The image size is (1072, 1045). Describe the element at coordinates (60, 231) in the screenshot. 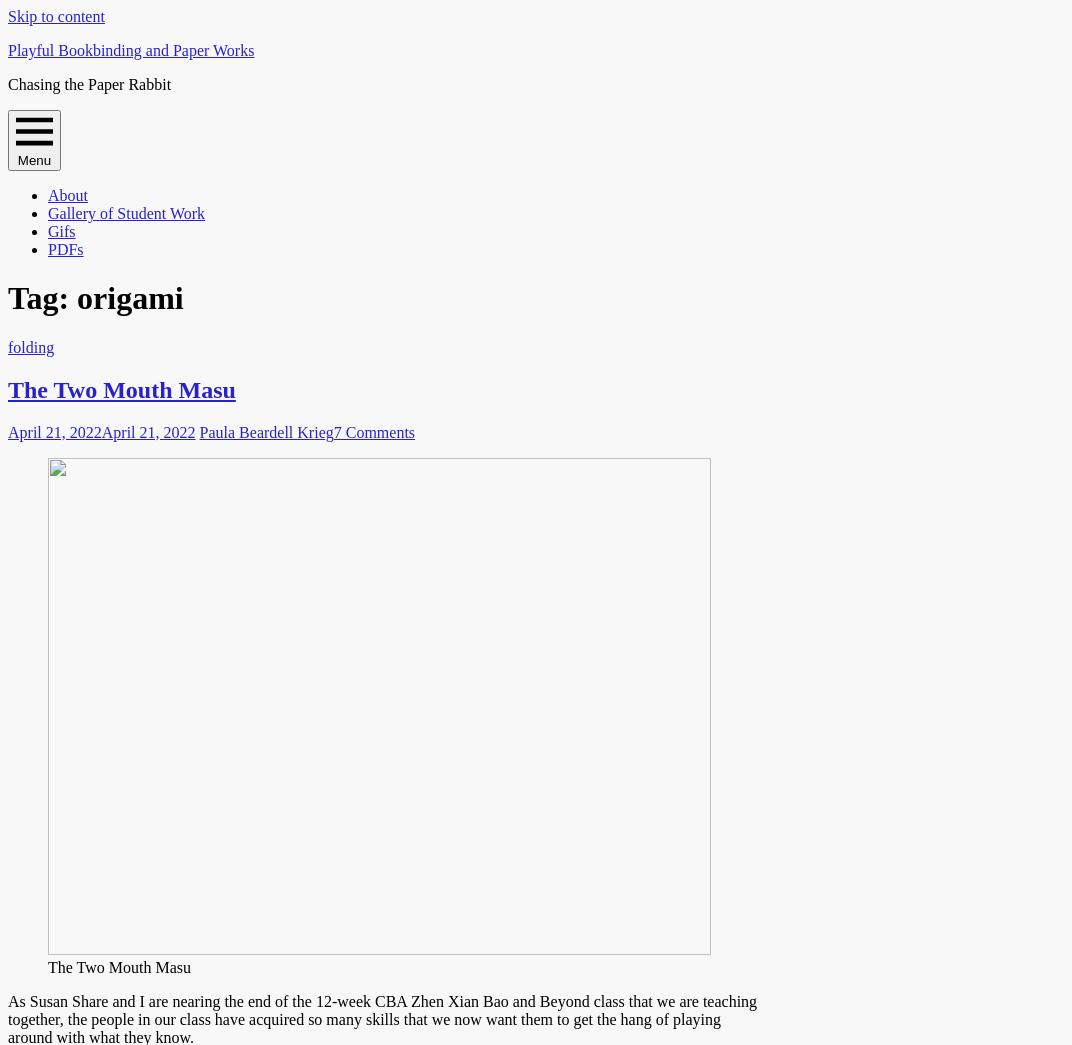

I see `'Gifs'` at that location.